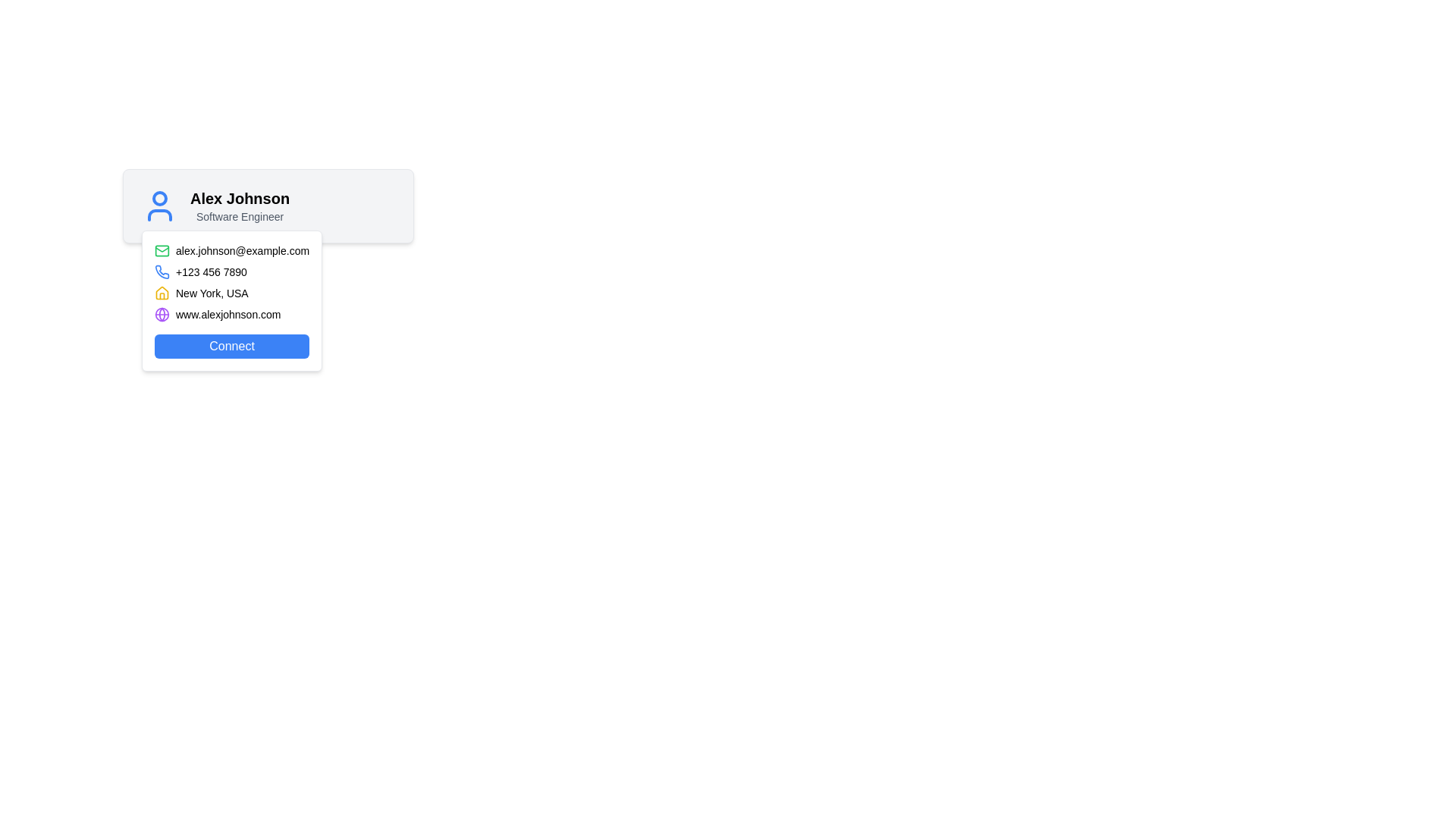  What do you see at coordinates (268, 206) in the screenshot?
I see `Profile Header Section containing the user icon, the name 'Alex Johnson', and the subtitle 'Software Engineer'` at bounding box center [268, 206].